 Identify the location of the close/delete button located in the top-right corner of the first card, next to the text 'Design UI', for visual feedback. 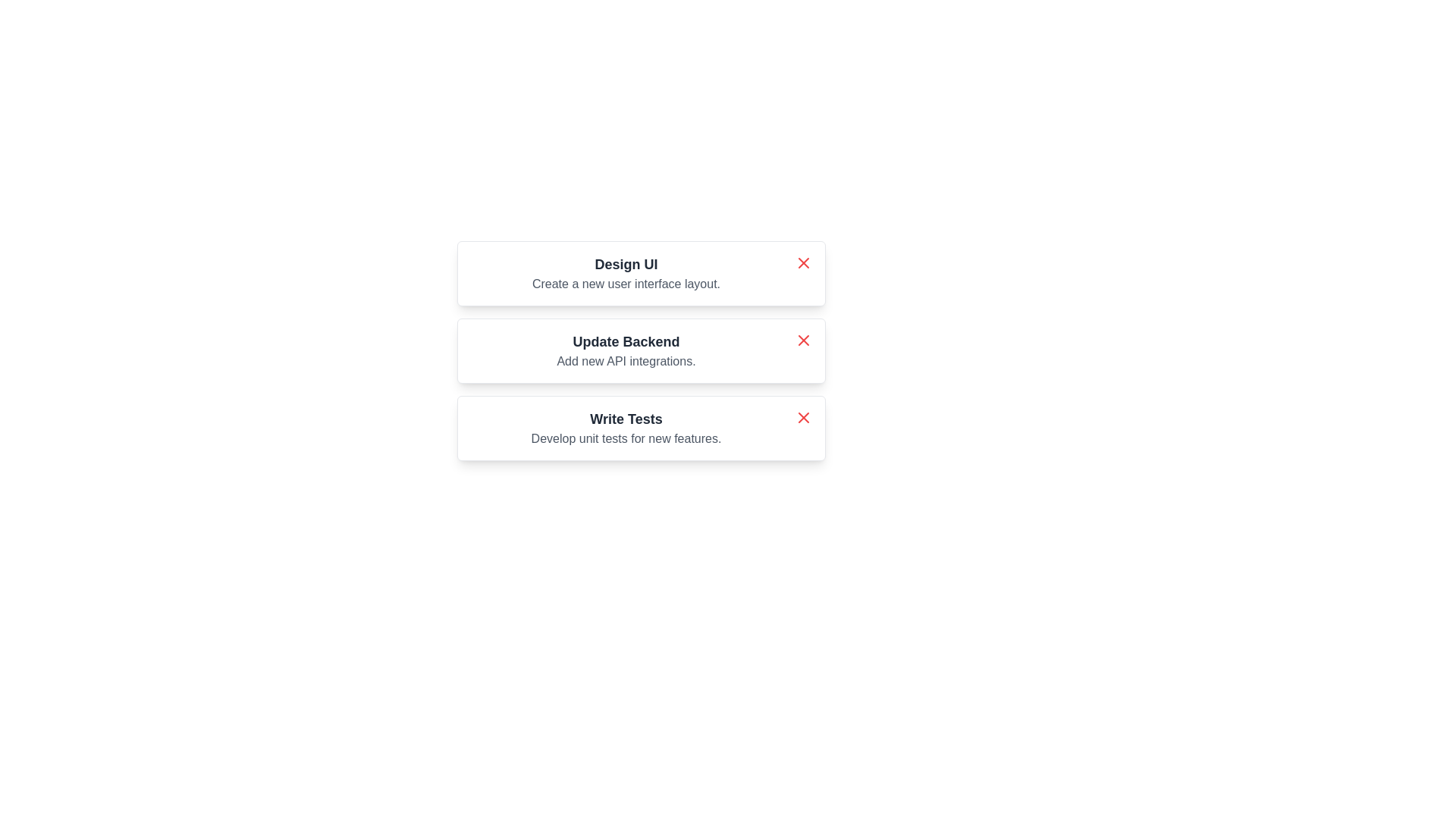
(803, 262).